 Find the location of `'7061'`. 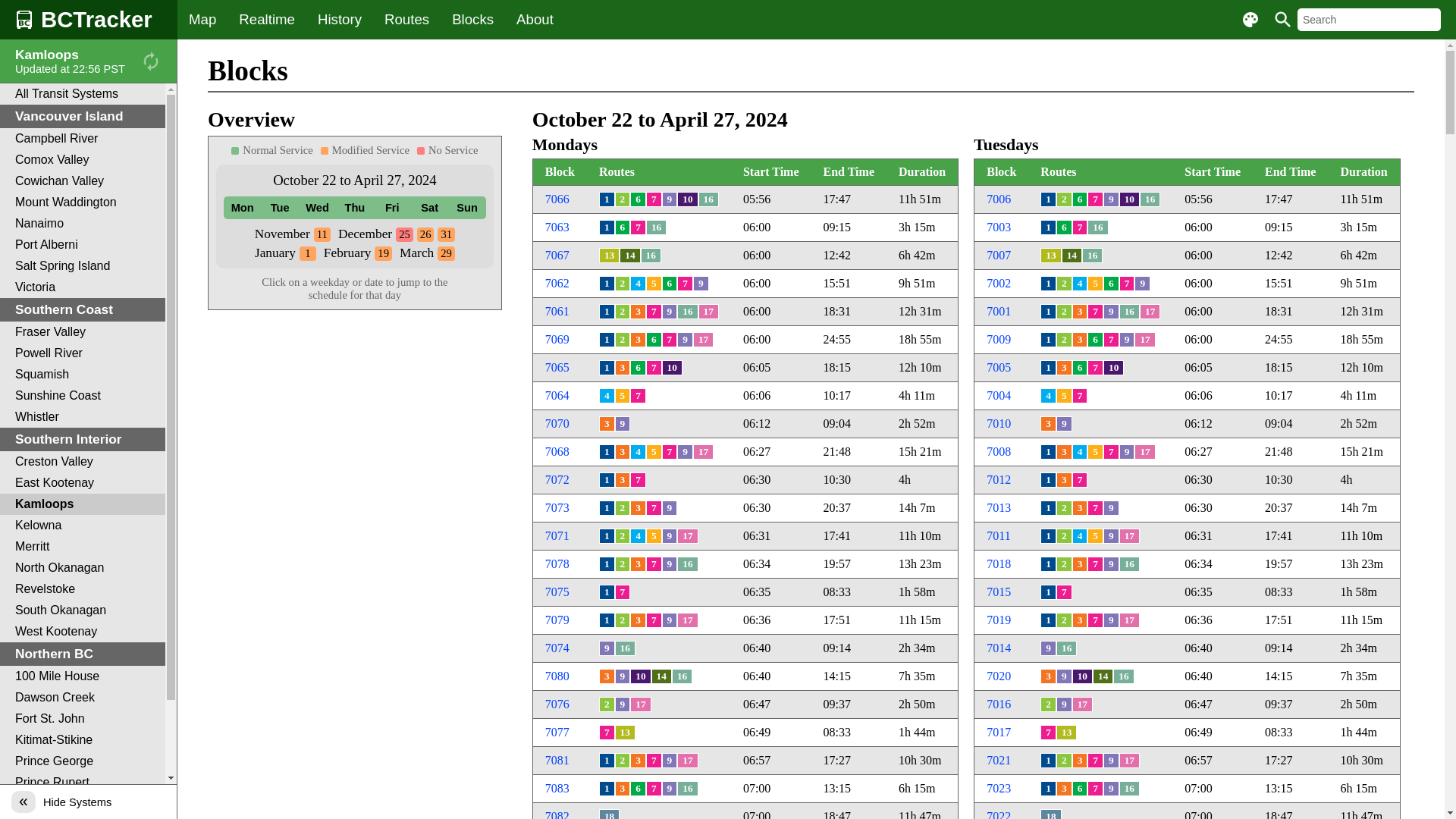

'7061' is located at coordinates (556, 310).